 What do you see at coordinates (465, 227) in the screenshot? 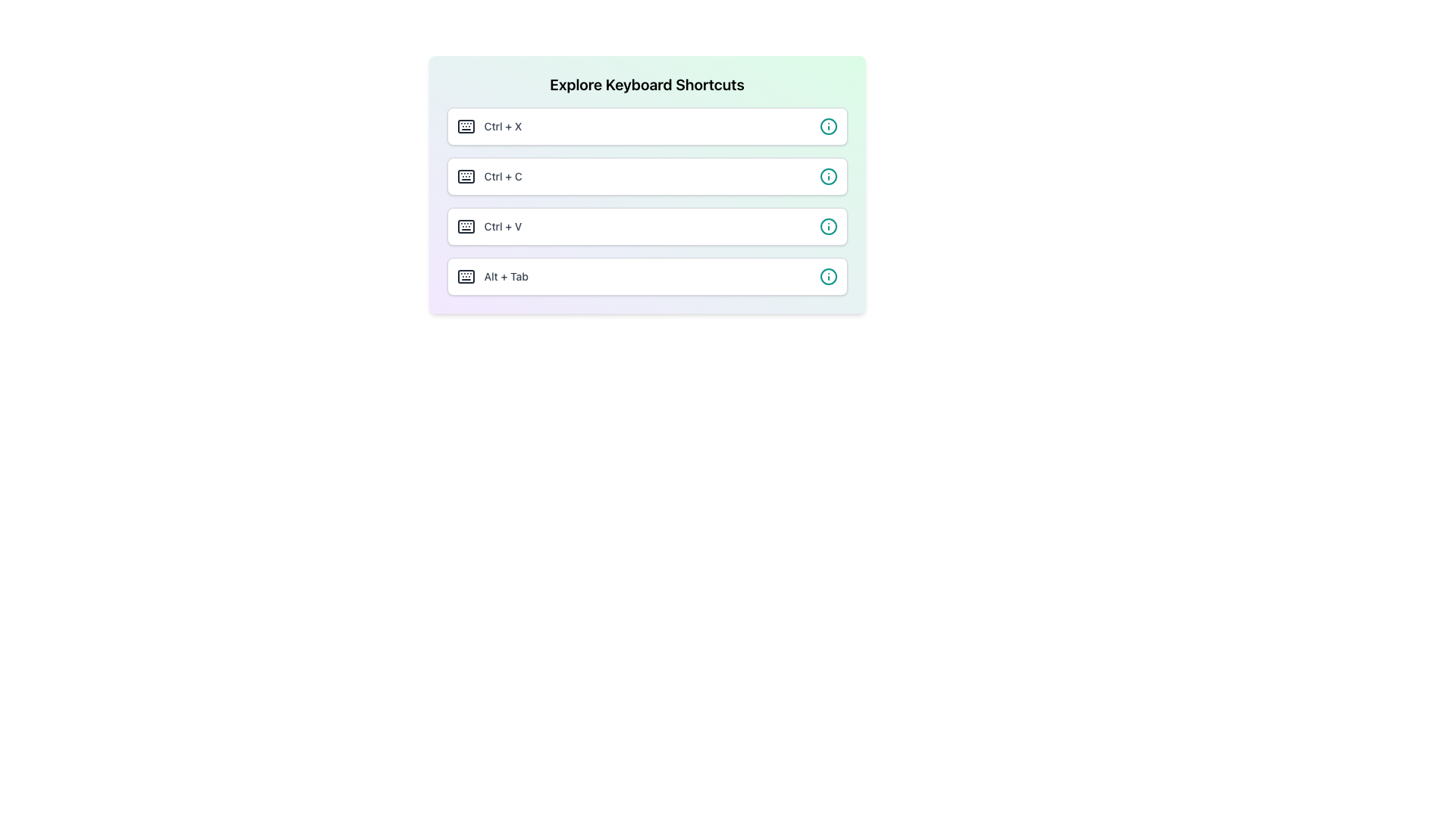
I see `the small rectangular shape with rounded corners located within the keyboard icon in the third entry of the list detailing keyboard shortcuts` at bounding box center [465, 227].